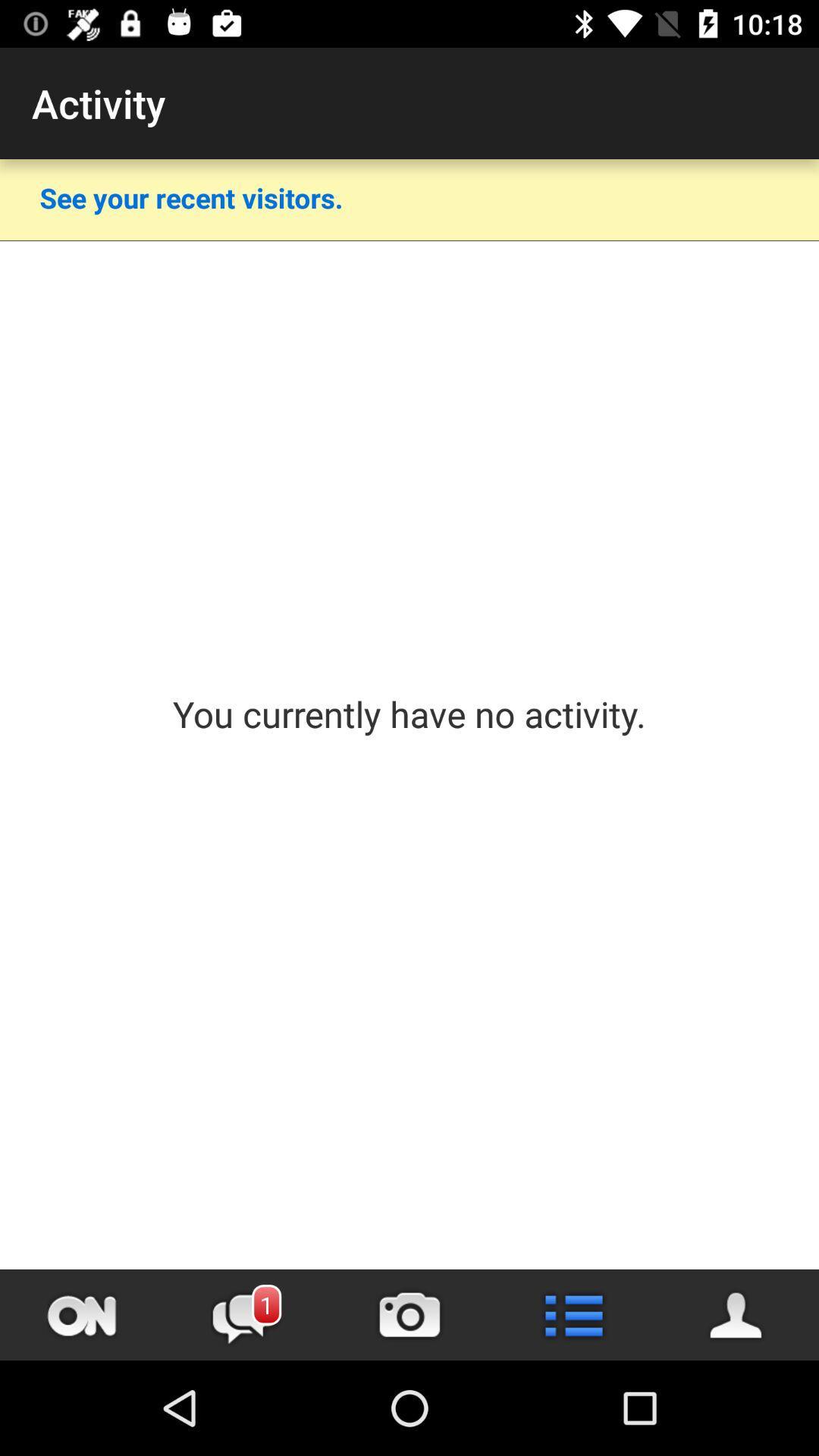 The image size is (819, 1456). Describe the element at coordinates (409, 1314) in the screenshot. I see `take picture` at that location.